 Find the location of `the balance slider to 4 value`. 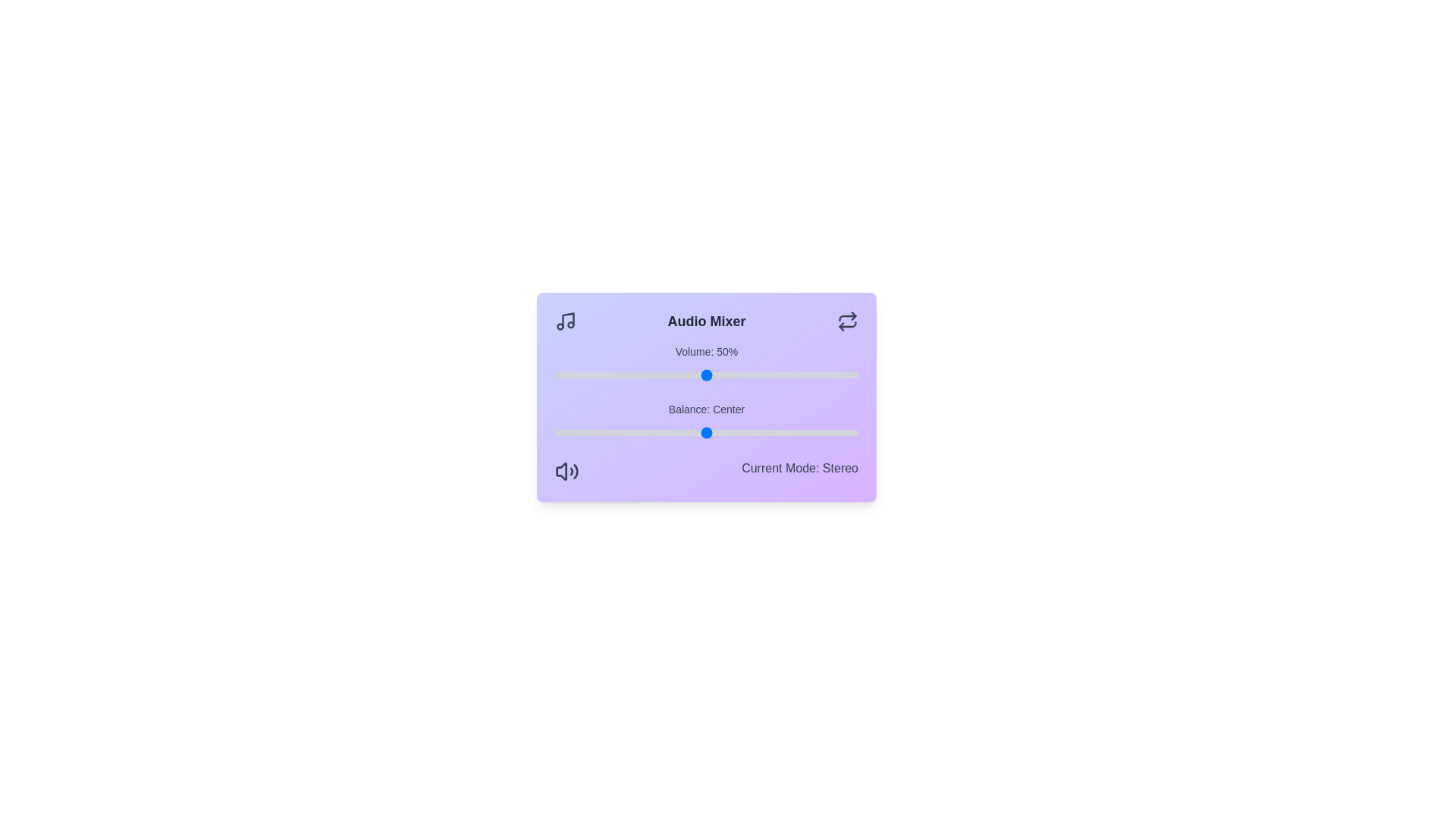

the balance slider to 4 value is located at coordinates (718, 432).